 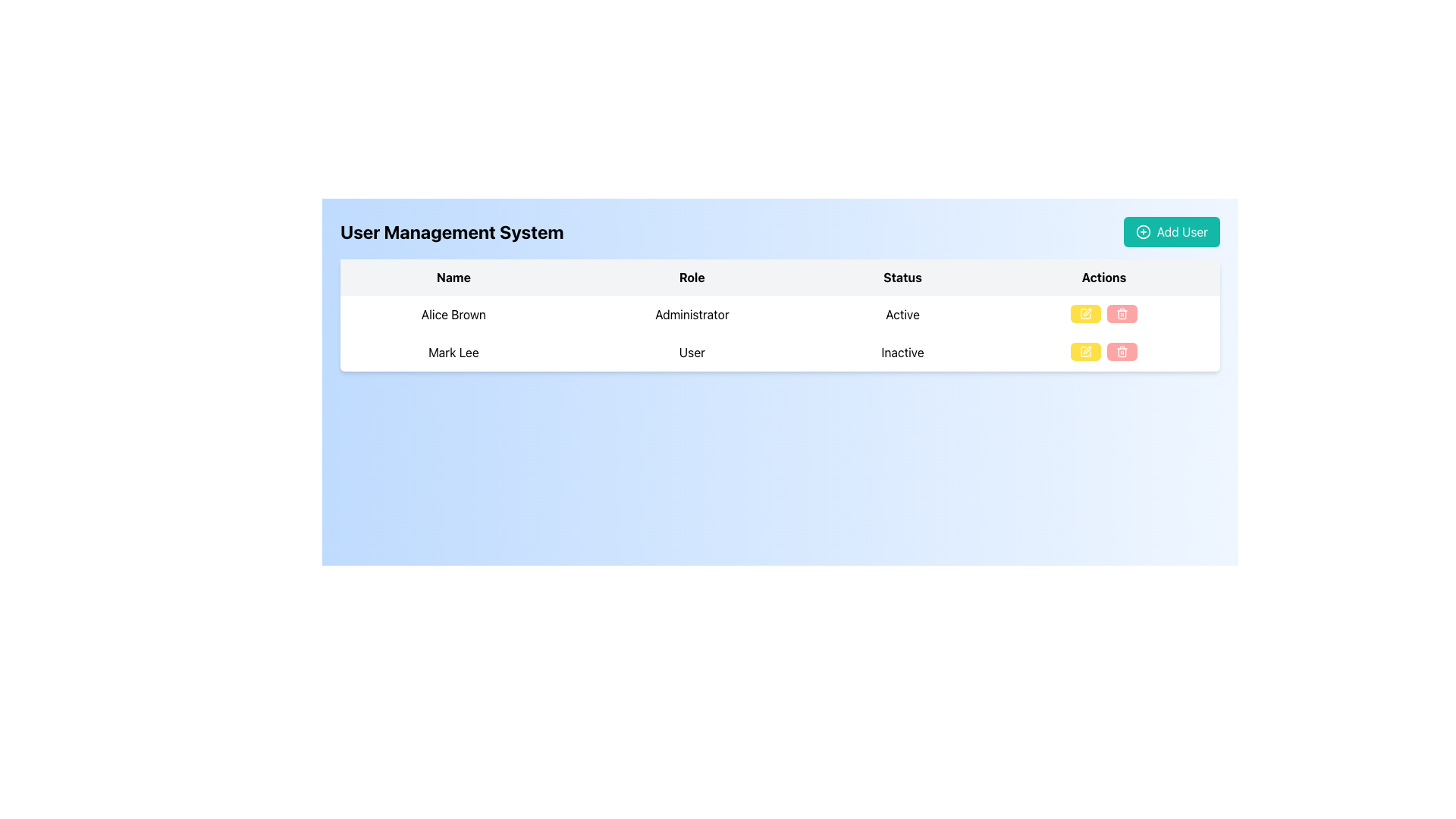 I want to click on the trash bin icon with a red background in the 'Actions' column of the User Management System table, aligned with the 'Administrator' row to initiate the delete action, so click(x=1122, y=312).